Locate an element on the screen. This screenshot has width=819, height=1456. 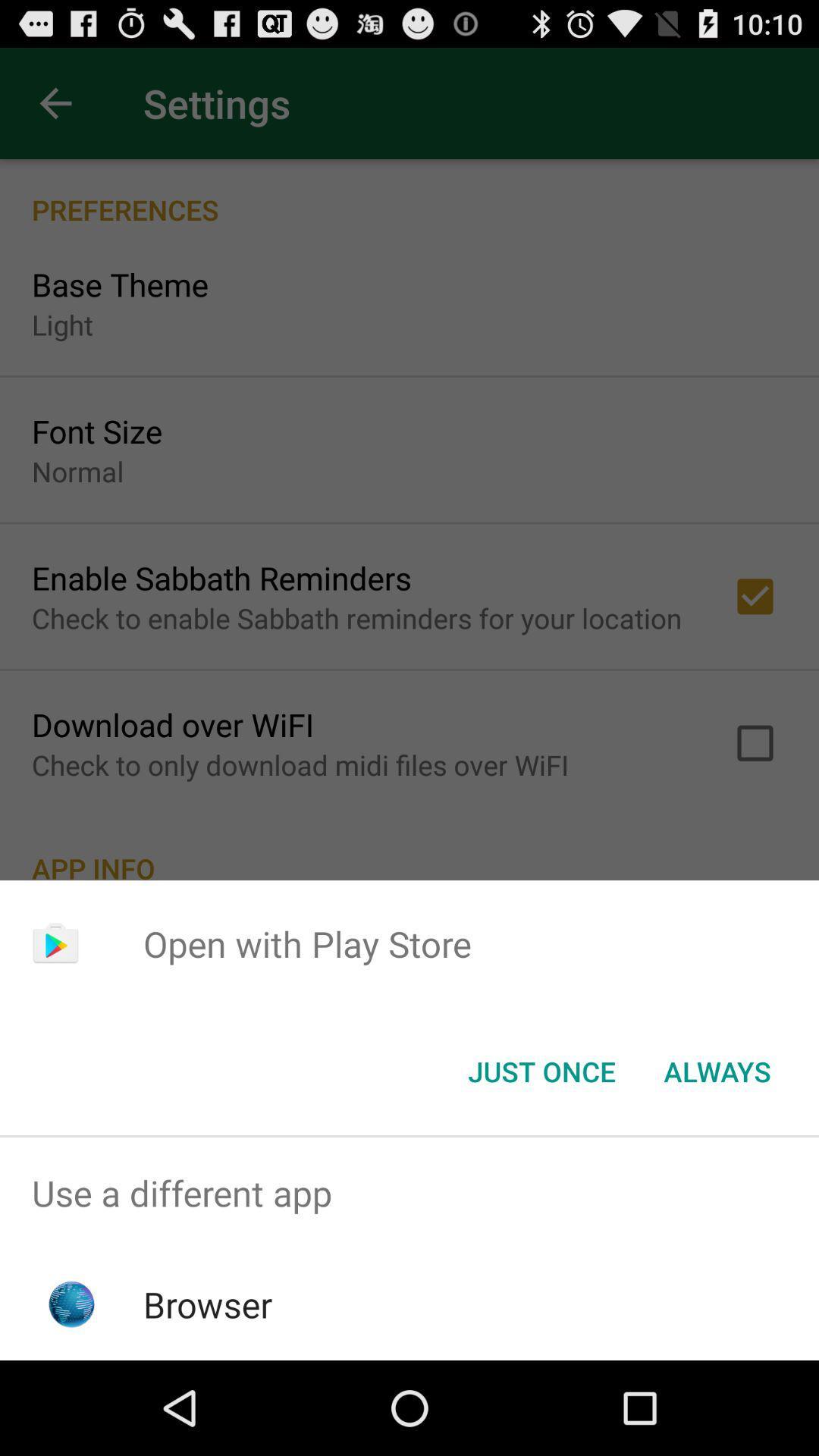
the always button is located at coordinates (717, 1070).